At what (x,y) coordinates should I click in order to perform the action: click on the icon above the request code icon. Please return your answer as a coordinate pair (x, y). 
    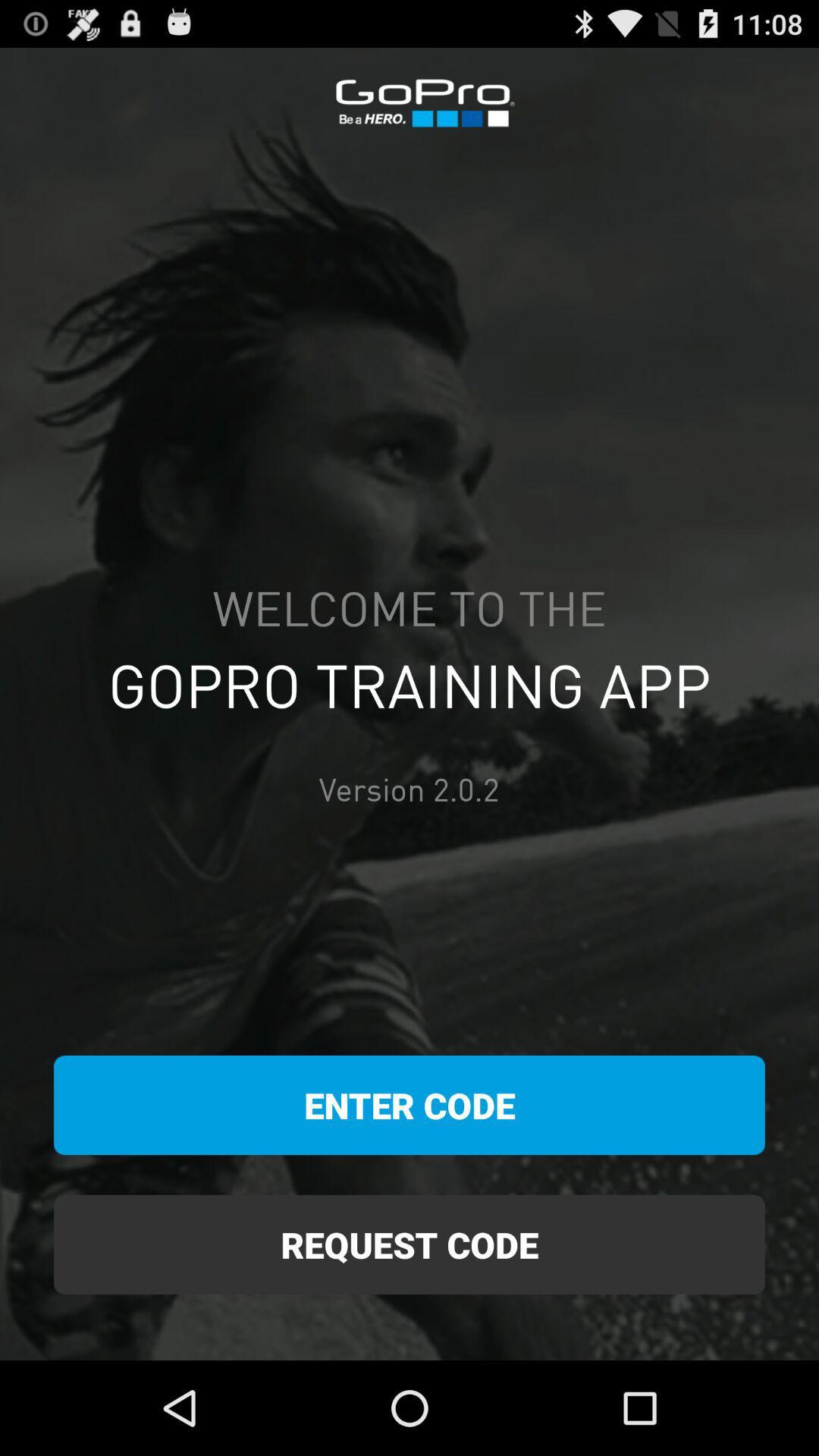
    Looking at the image, I should click on (409, 1105).